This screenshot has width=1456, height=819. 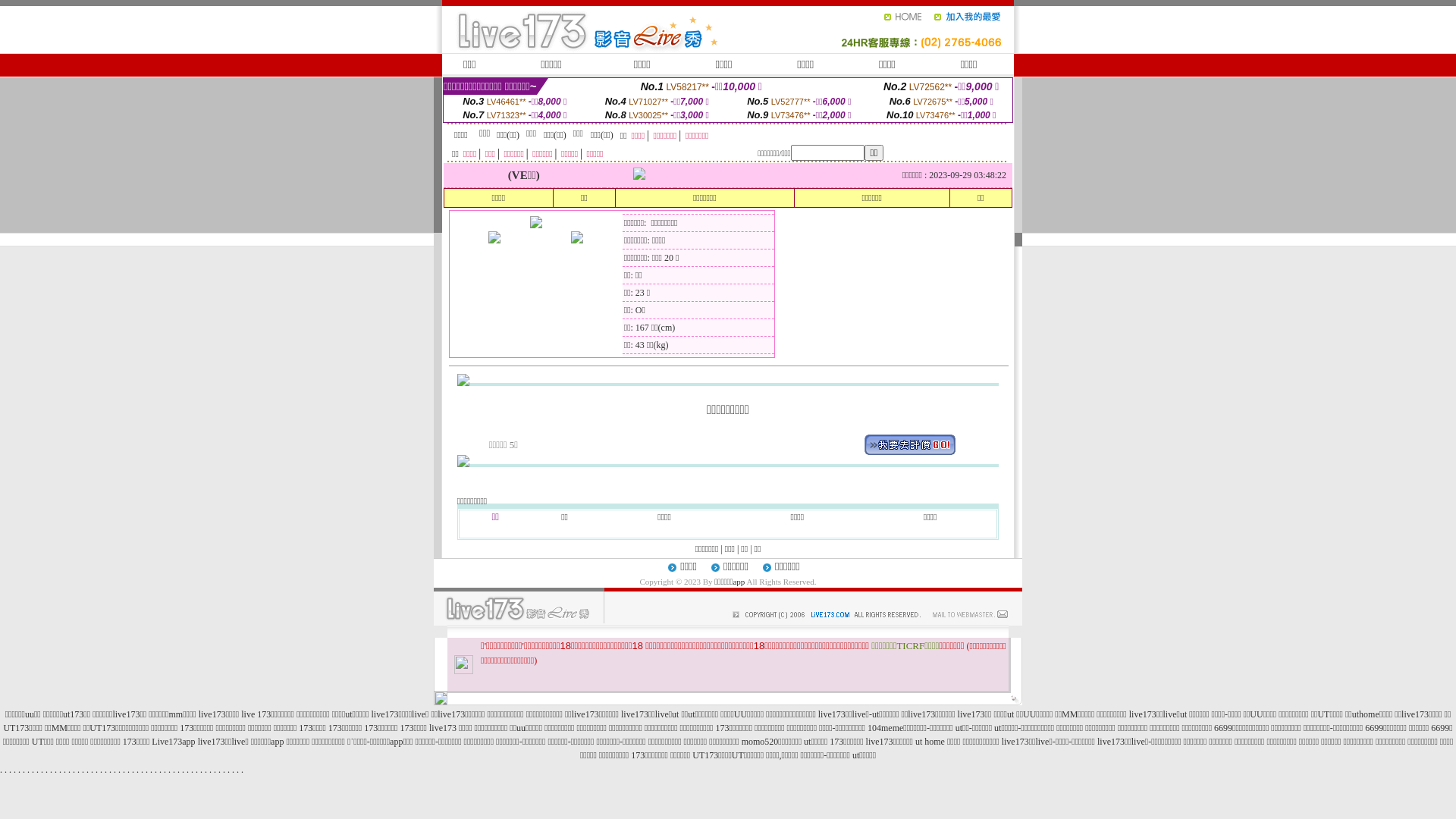 What do you see at coordinates (86, 769) in the screenshot?
I see `'.'` at bounding box center [86, 769].